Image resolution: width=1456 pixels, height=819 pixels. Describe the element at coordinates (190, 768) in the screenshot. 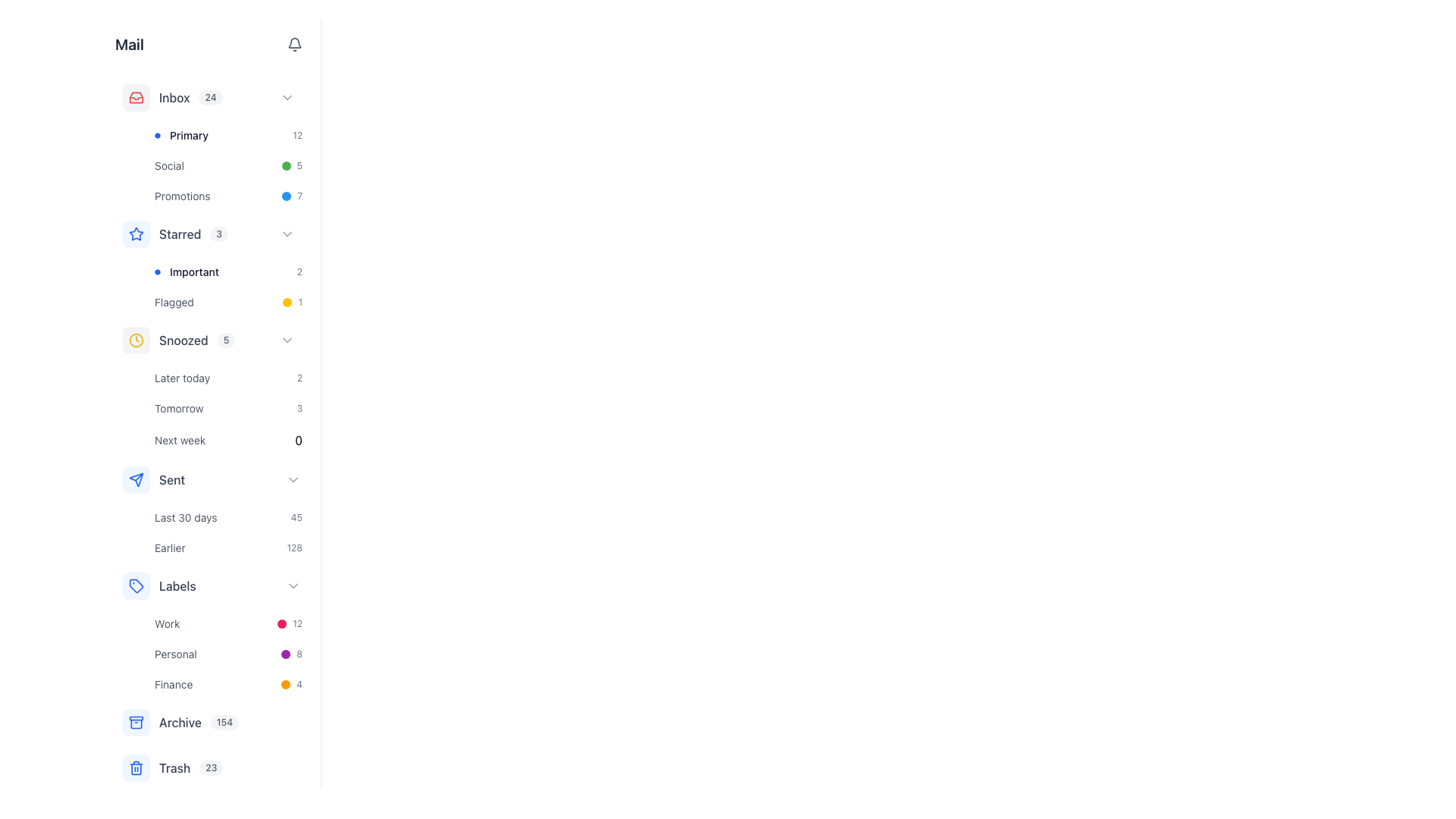

I see `the text label for the 'Trash' category in the left sidebar` at that location.